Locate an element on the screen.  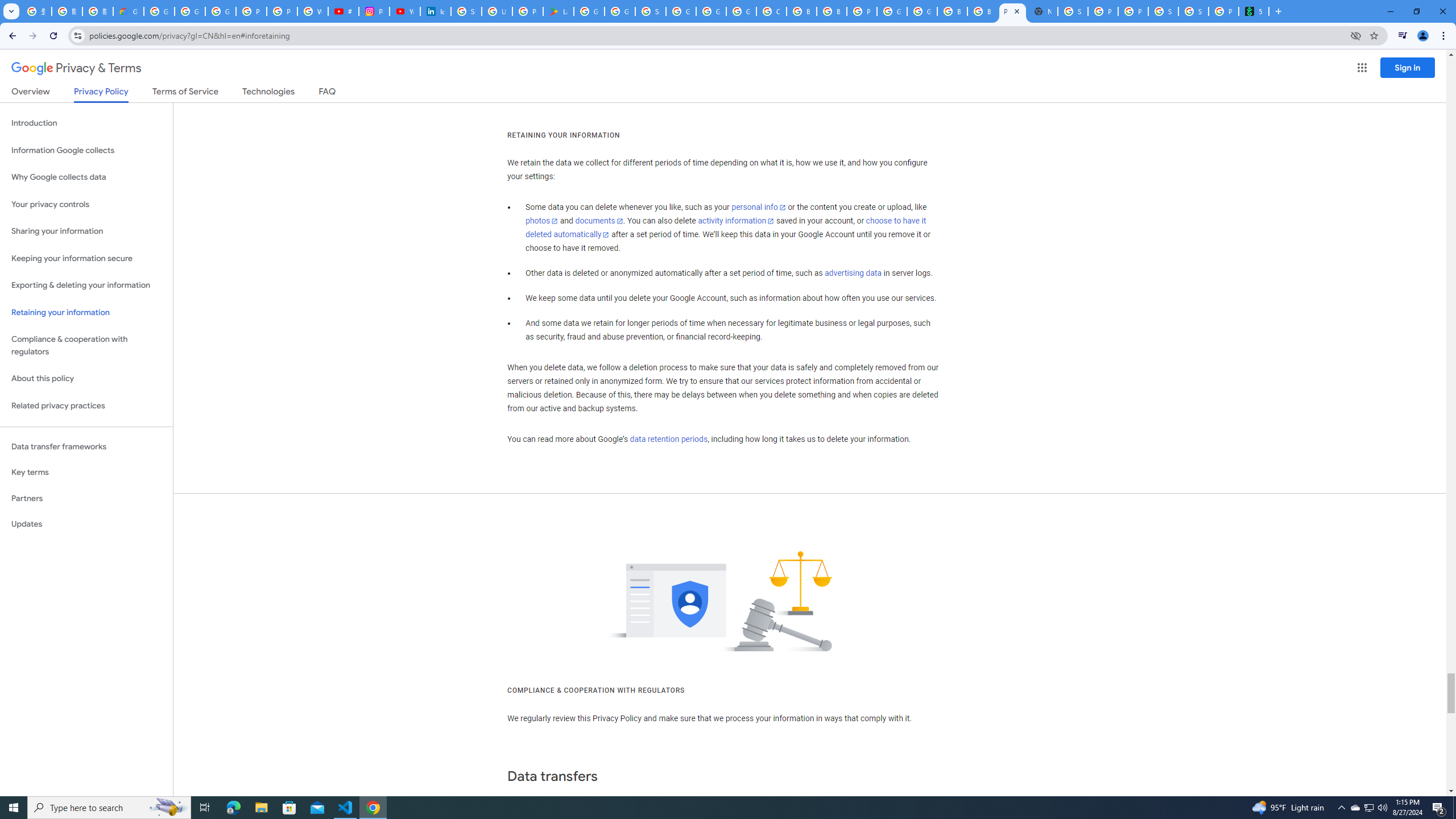
'Data transfer frameworks' is located at coordinates (86, 446).